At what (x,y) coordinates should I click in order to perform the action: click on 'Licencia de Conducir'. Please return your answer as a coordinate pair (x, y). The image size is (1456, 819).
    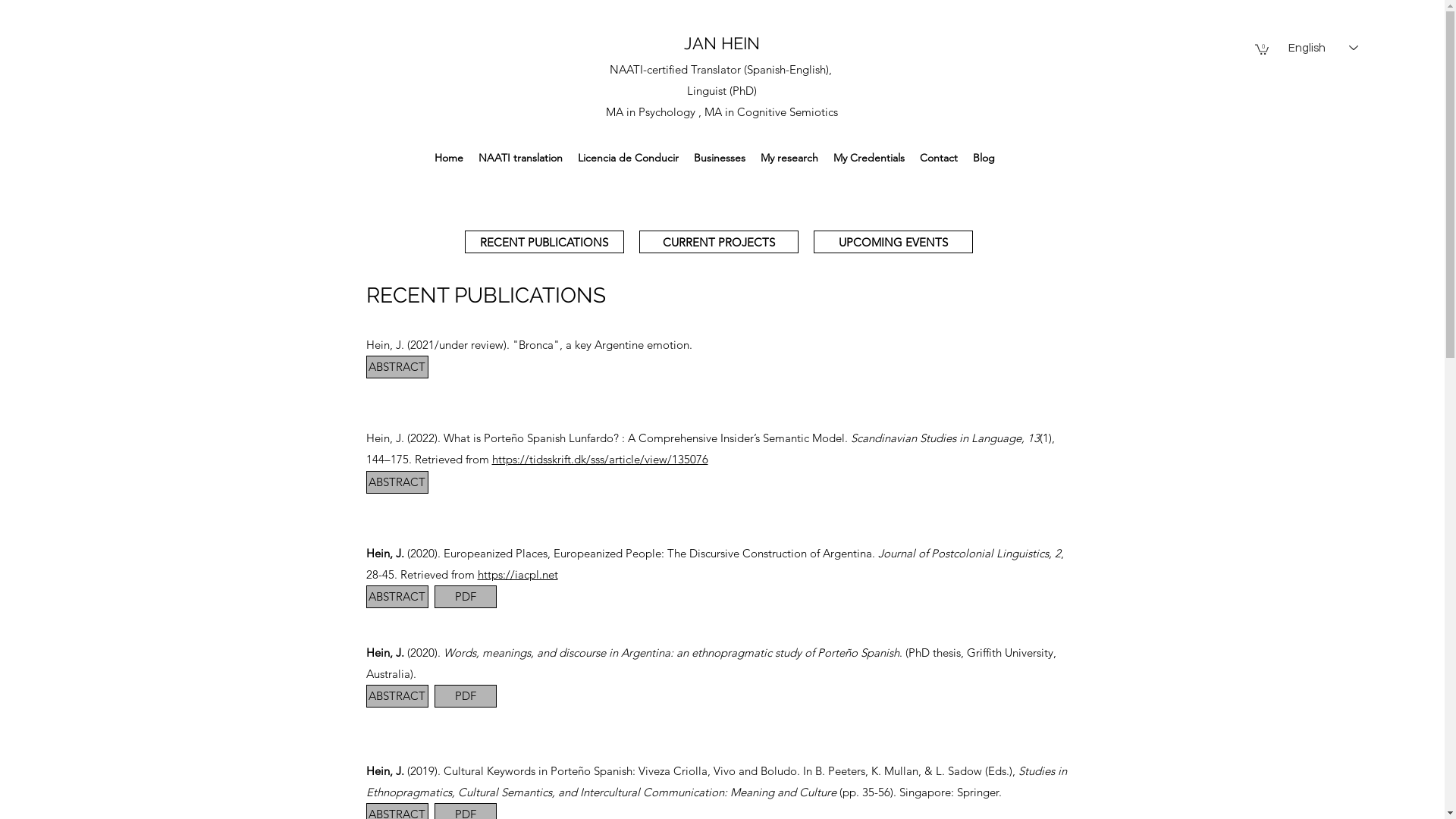
    Looking at the image, I should click on (628, 158).